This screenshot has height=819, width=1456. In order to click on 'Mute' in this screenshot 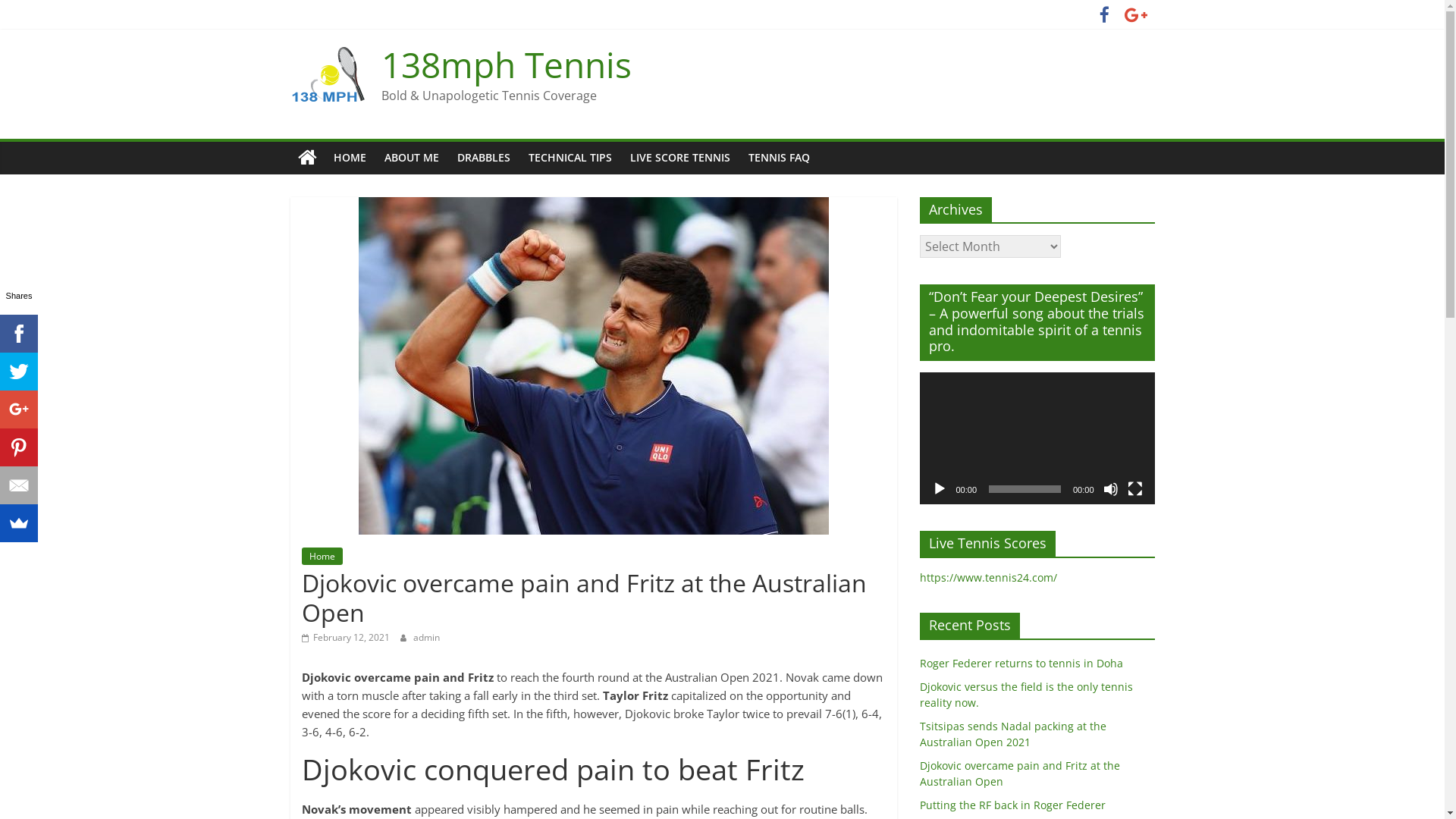, I will do `click(1110, 488)`.